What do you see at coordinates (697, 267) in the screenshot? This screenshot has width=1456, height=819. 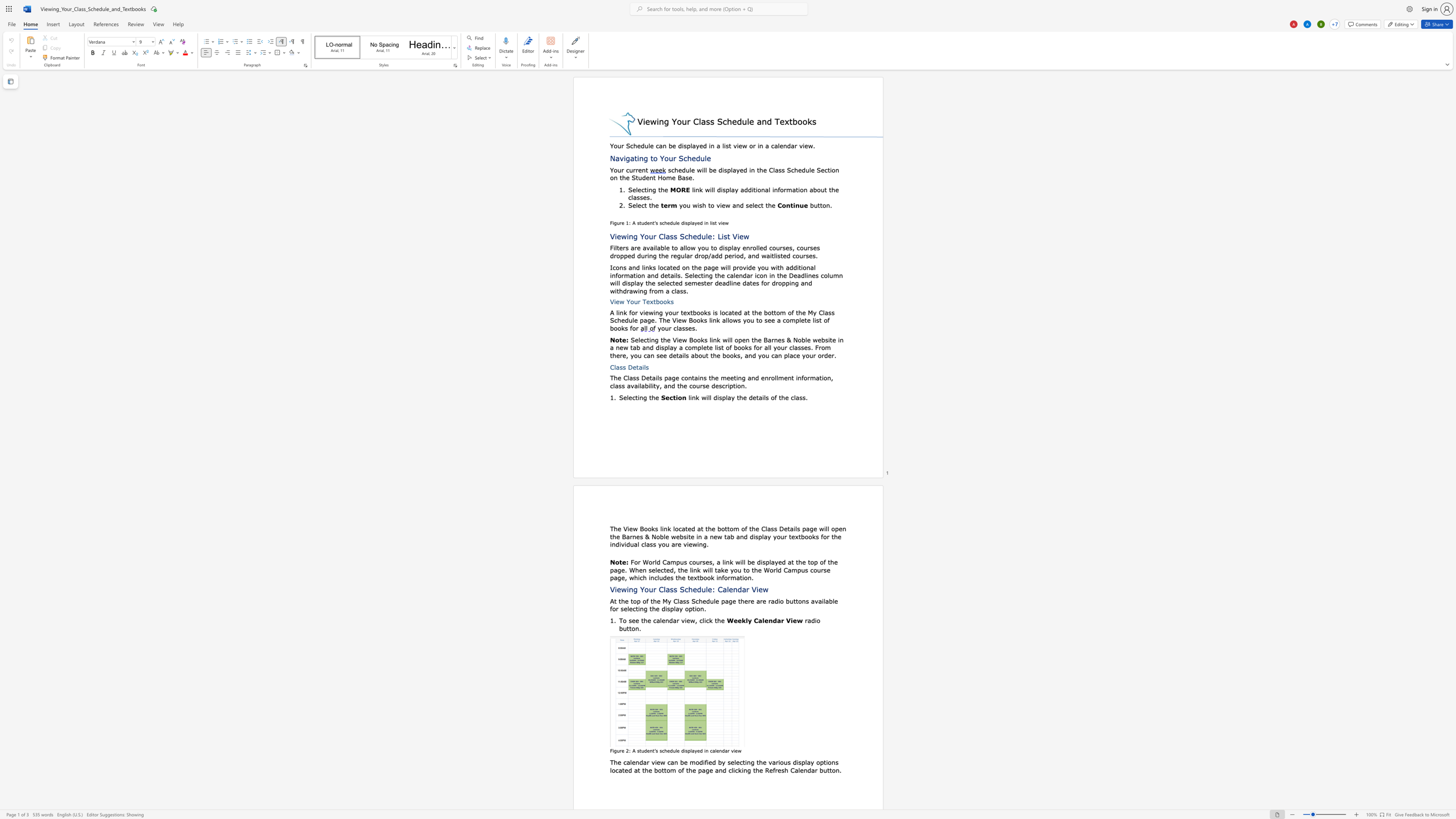 I see `the space between the continuous character "h" and "e" in the text` at bounding box center [697, 267].